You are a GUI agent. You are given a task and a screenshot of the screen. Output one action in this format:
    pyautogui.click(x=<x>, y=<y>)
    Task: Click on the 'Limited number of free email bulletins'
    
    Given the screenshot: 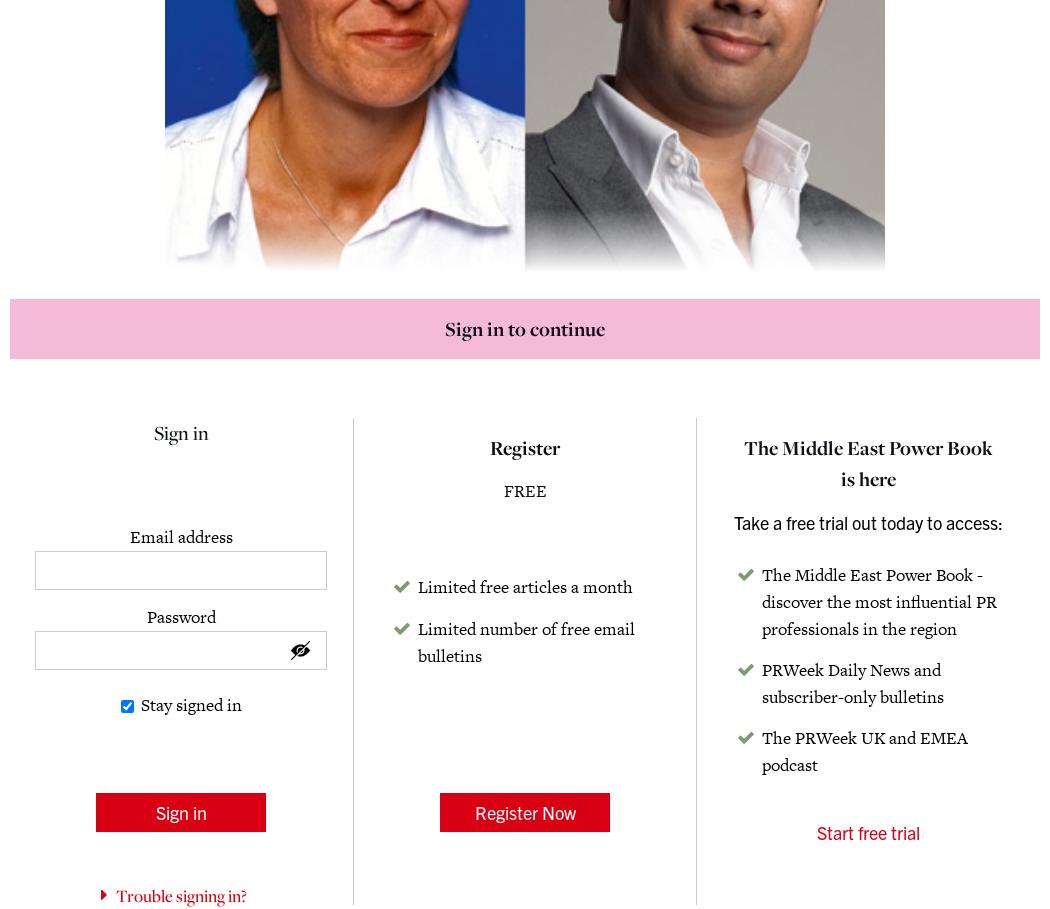 What is the action you would take?
    pyautogui.click(x=526, y=640)
    